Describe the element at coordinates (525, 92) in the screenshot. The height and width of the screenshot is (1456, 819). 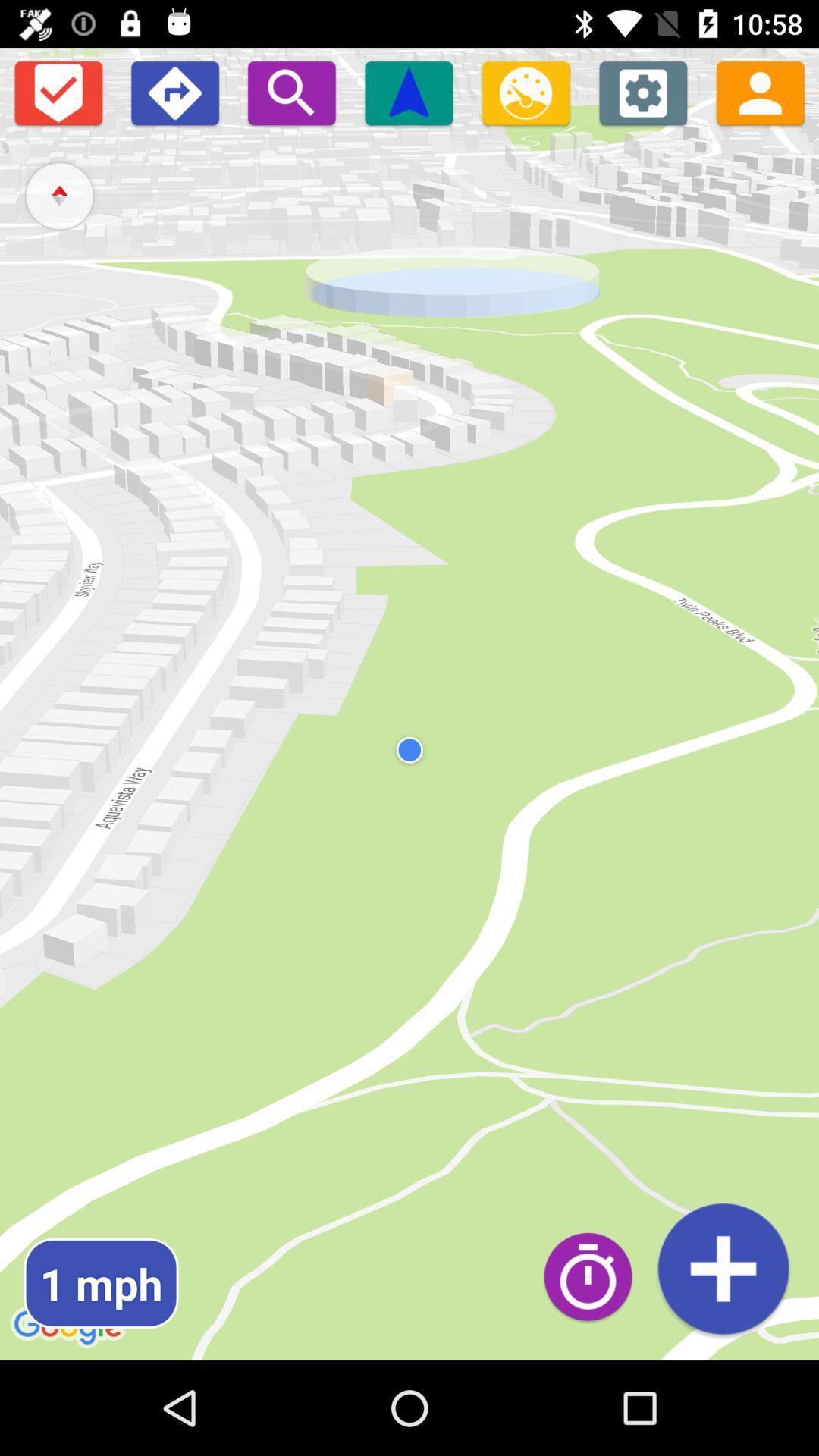
I see `adjust zoom and scale` at that location.